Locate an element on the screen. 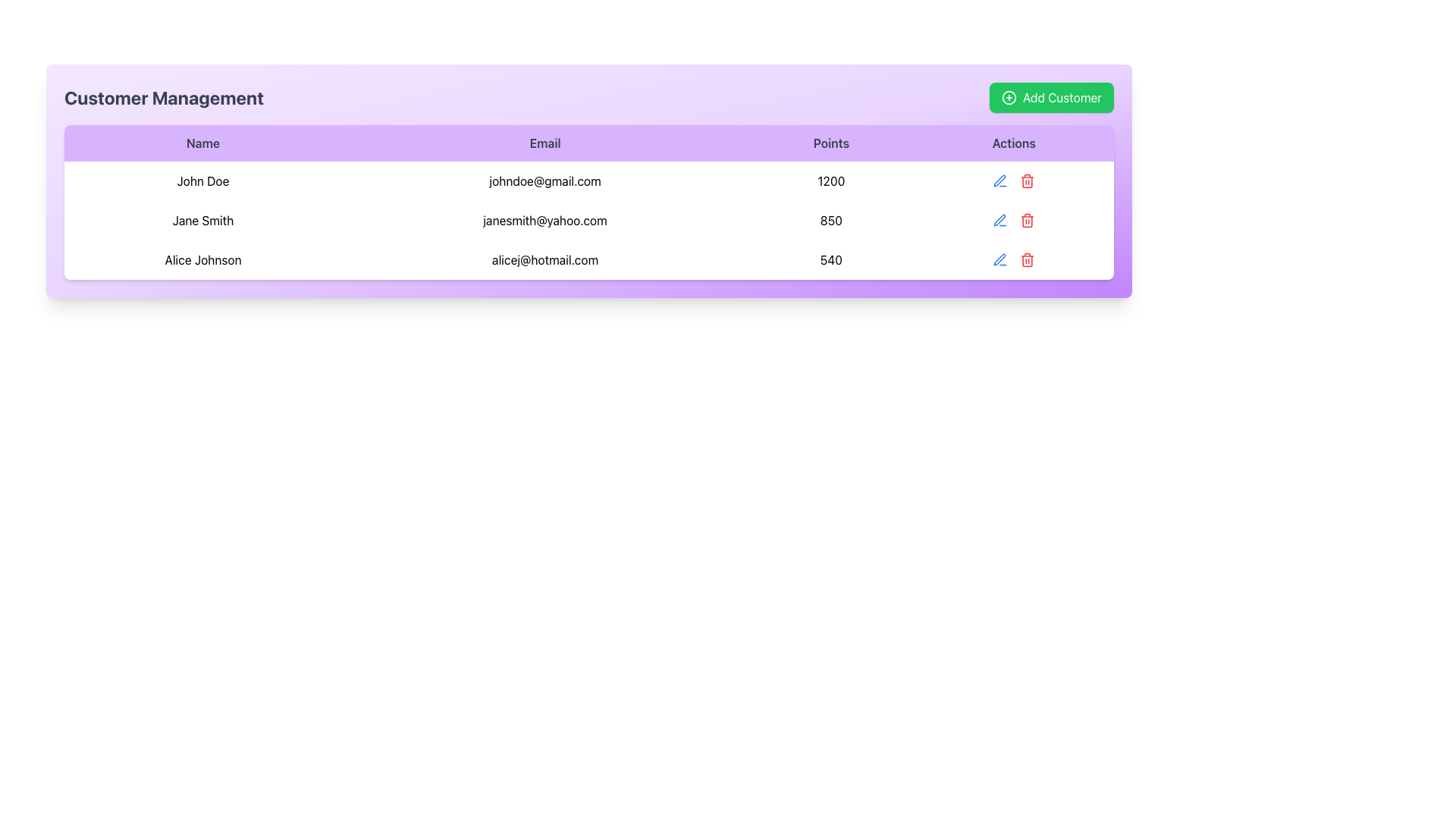  the Text Display showing 'Alice Johnson' in black text on a white background, located in the third row of the table under the 'Name' column is located at coordinates (202, 259).